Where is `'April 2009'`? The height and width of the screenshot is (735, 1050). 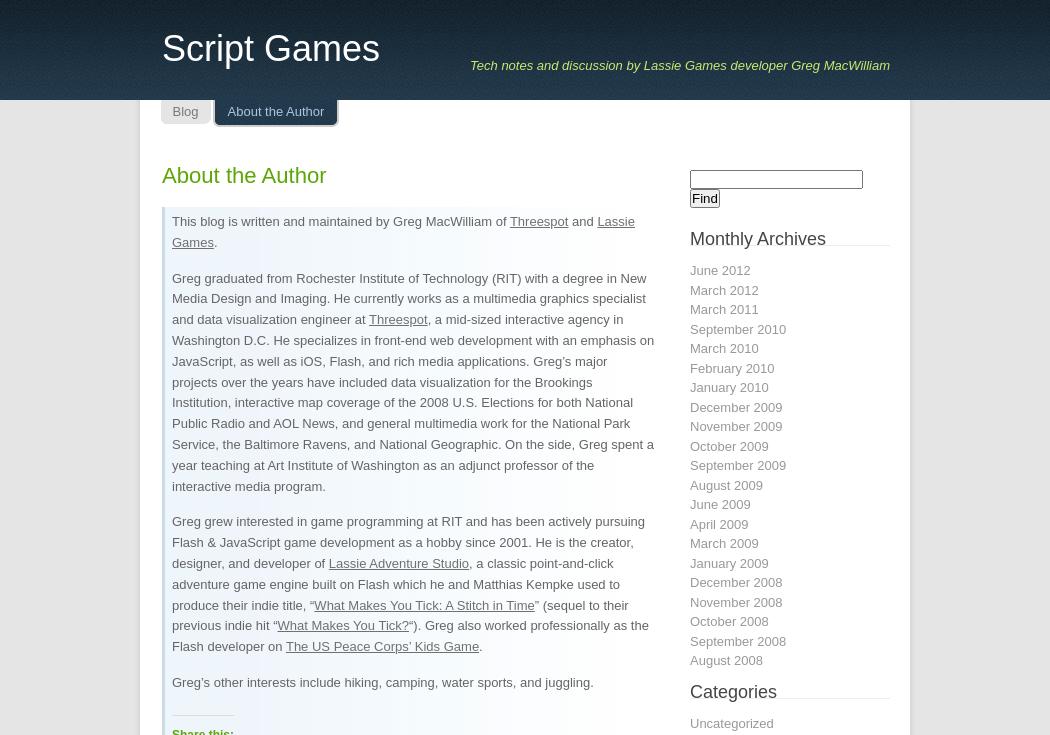
'April 2009' is located at coordinates (718, 523).